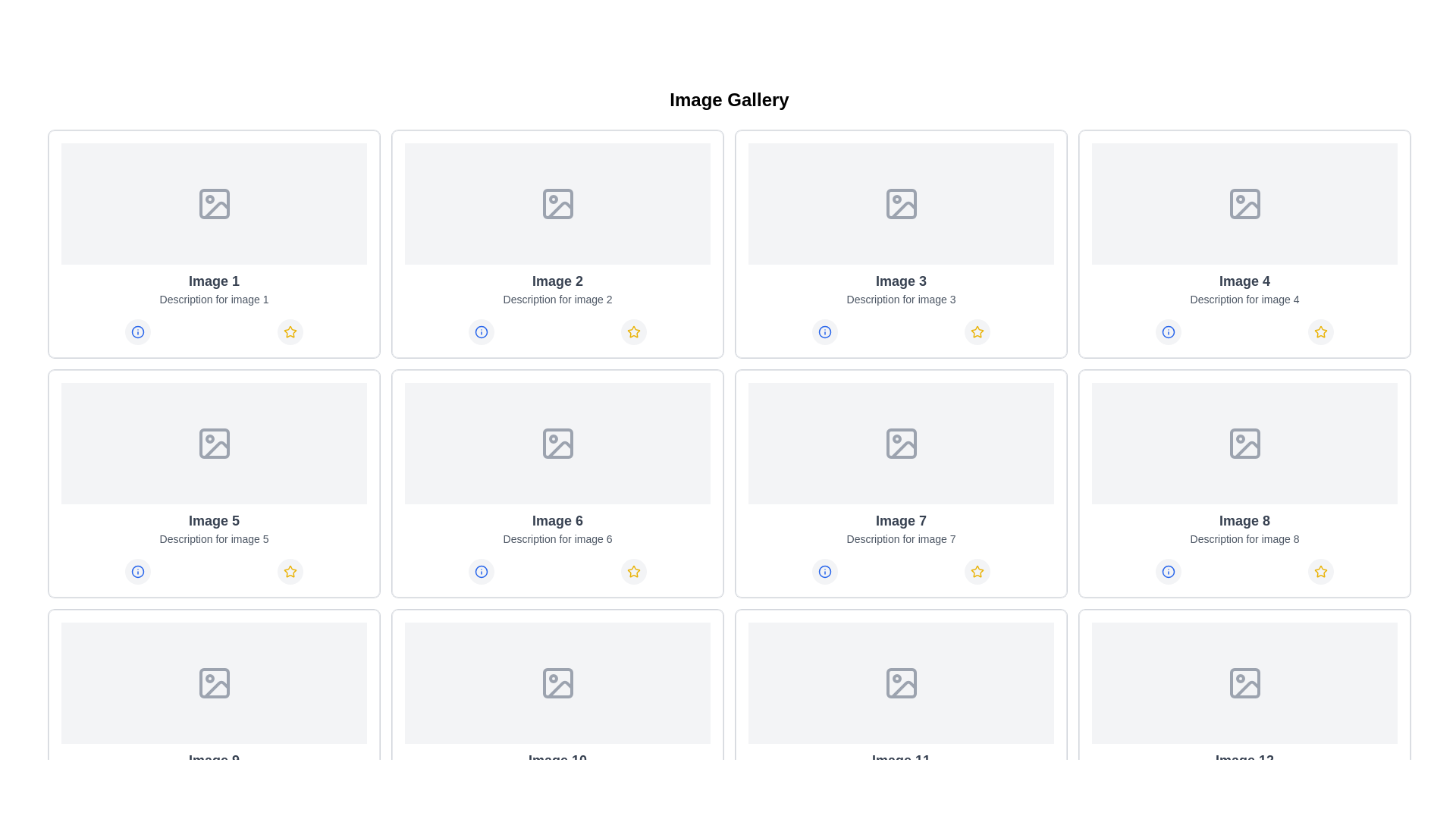  I want to click on the central circular part of the 'info' icon located at the bottom-left corner of the card for 'Image 8', so click(1167, 571).